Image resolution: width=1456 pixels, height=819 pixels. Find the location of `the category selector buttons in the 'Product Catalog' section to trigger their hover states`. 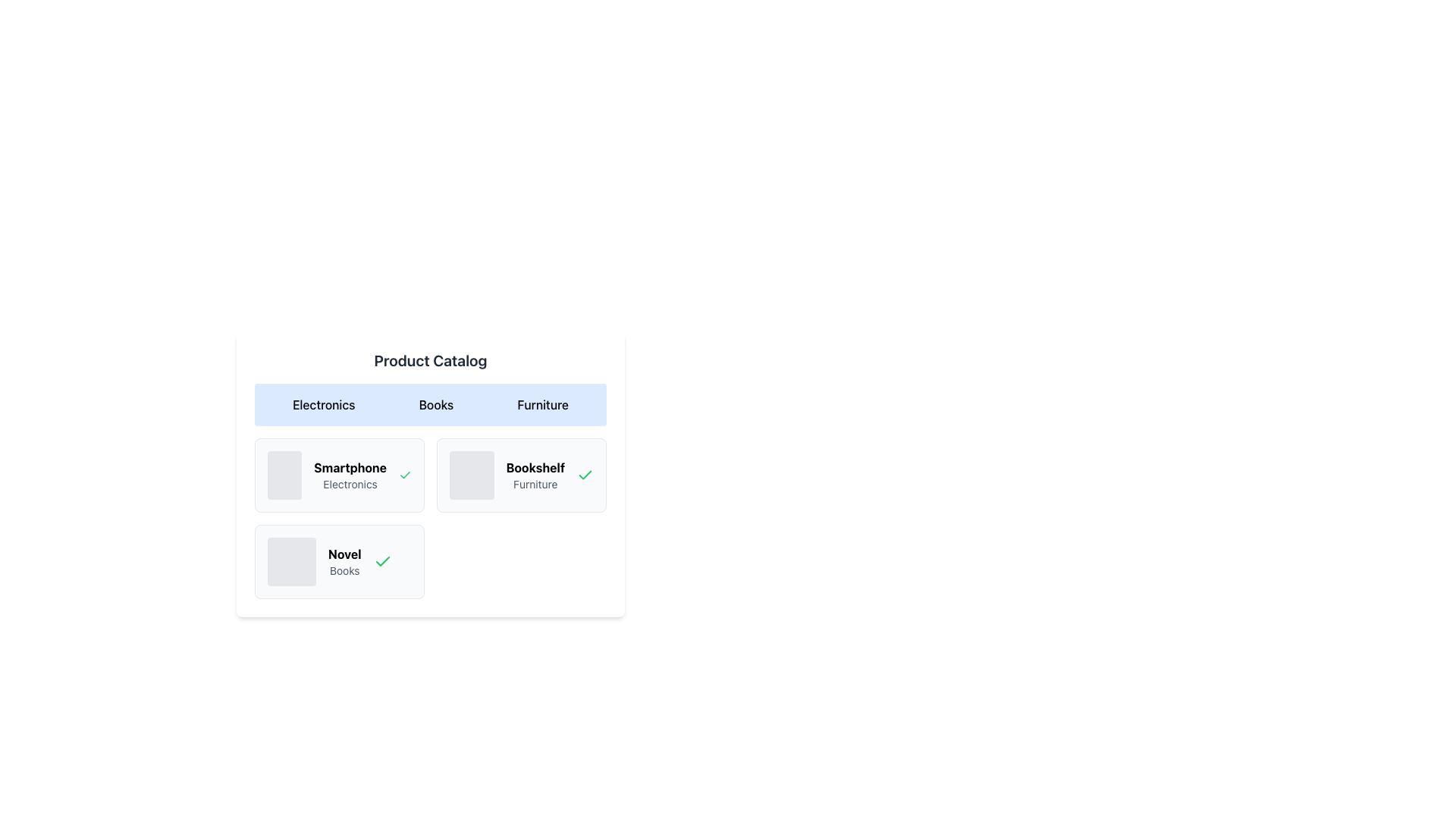

the category selector buttons in the 'Product Catalog' section to trigger their hover states is located at coordinates (429, 403).